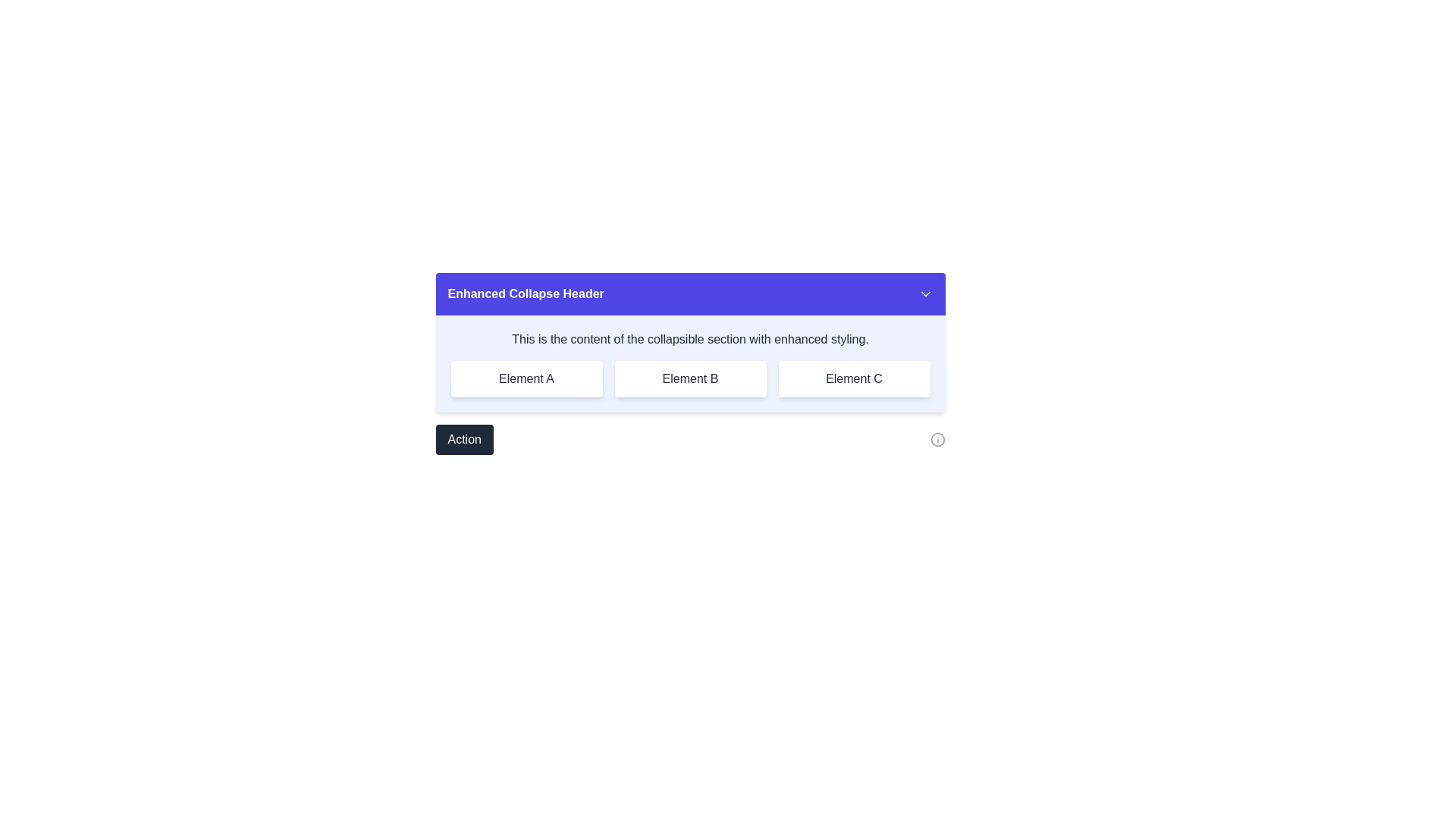 This screenshot has width=1456, height=819. I want to click on the bold text label displaying 'Enhanced Collapse Header' for copying, so click(526, 294).